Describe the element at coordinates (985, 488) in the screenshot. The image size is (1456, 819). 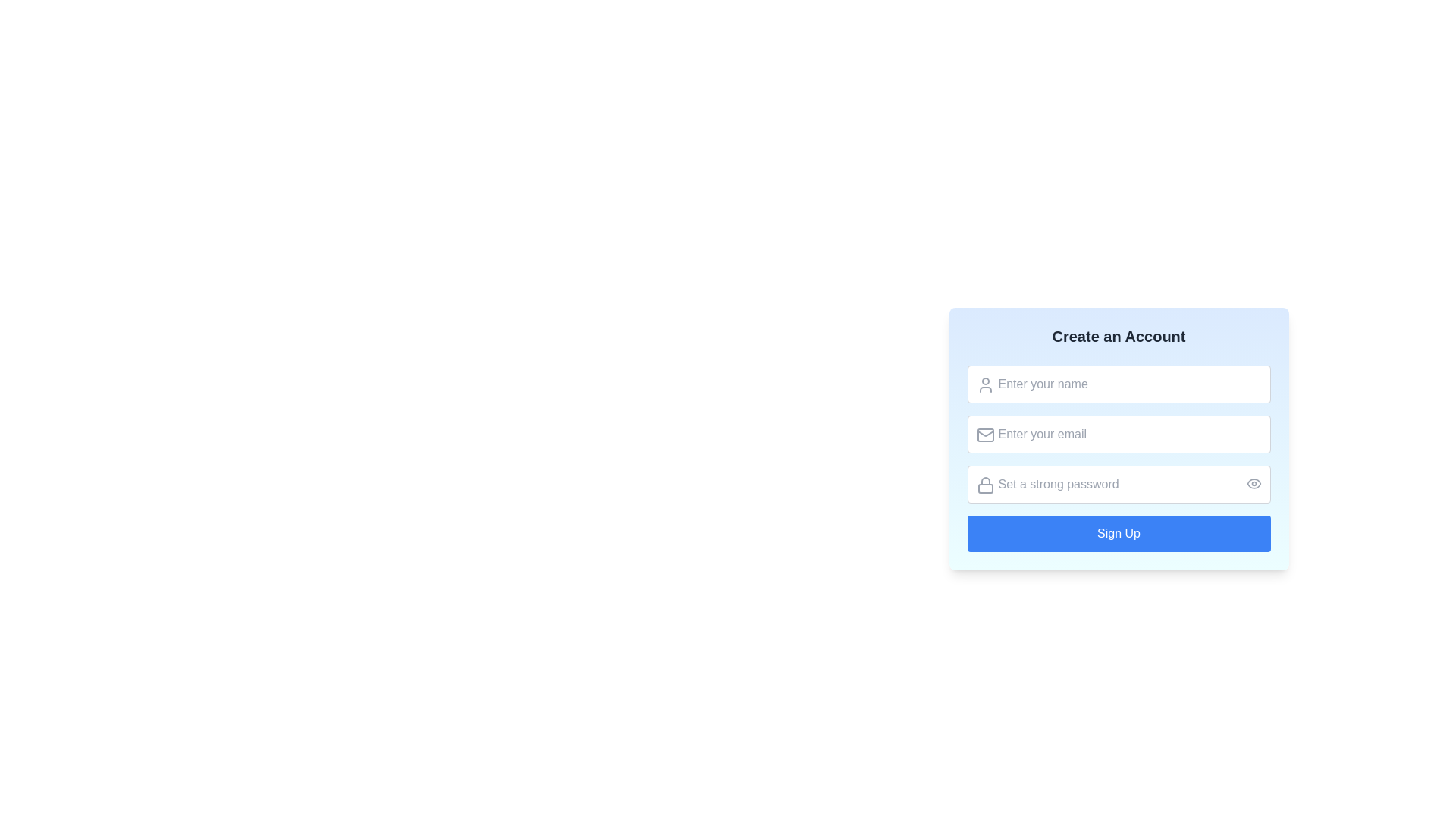
I see `the lower rectangle of the lock icon, which is stylized with a gray outline and is located to the left of the 'Set a strong password' input field in the 'Create an Account' form` at that location.